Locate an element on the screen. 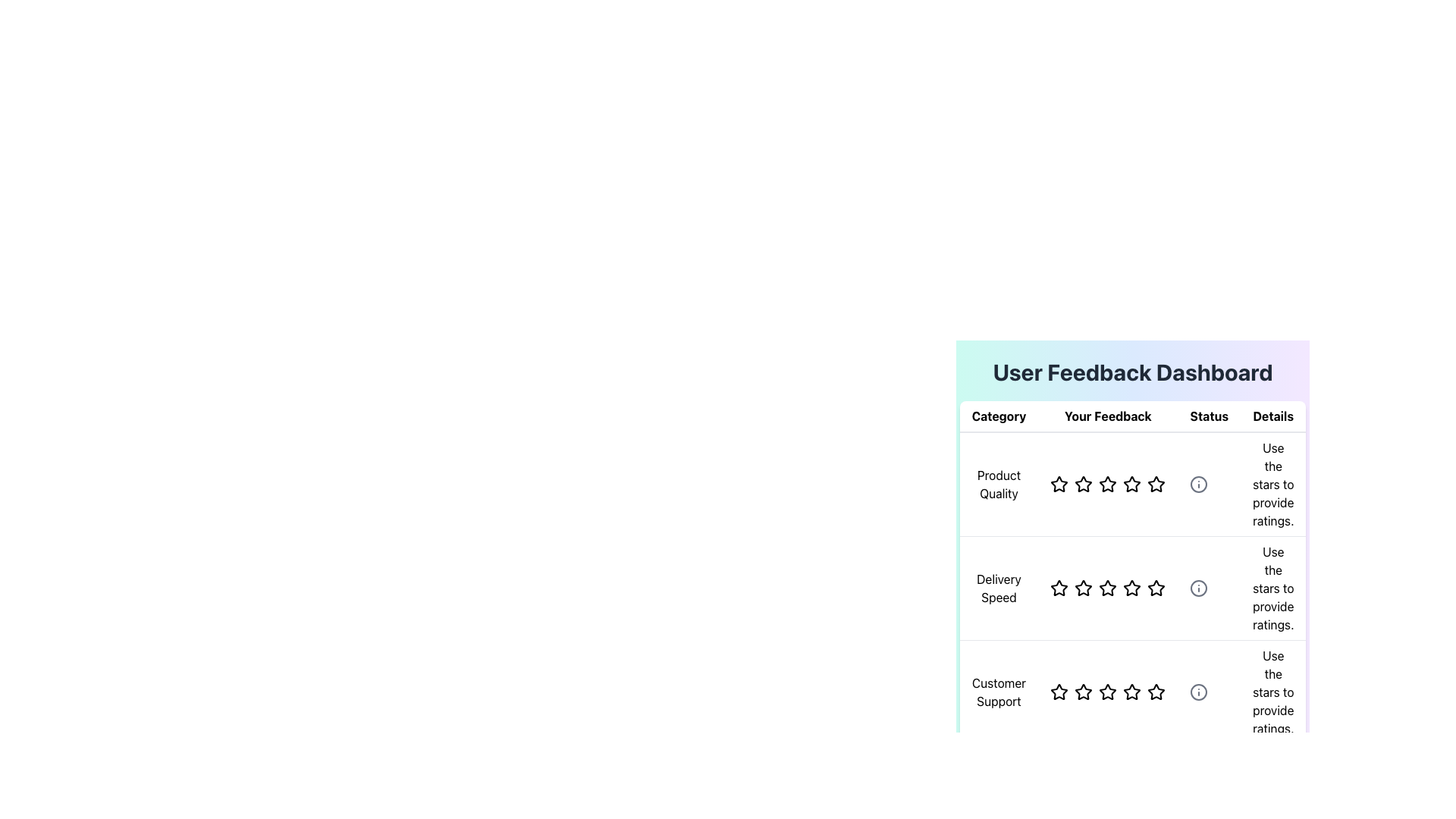 The width and height of the screenshot is (1456, 819). the center star in the Feedback rating section titled 'Delivery Speed' to rate this category is located at coordinates (1132, 587).